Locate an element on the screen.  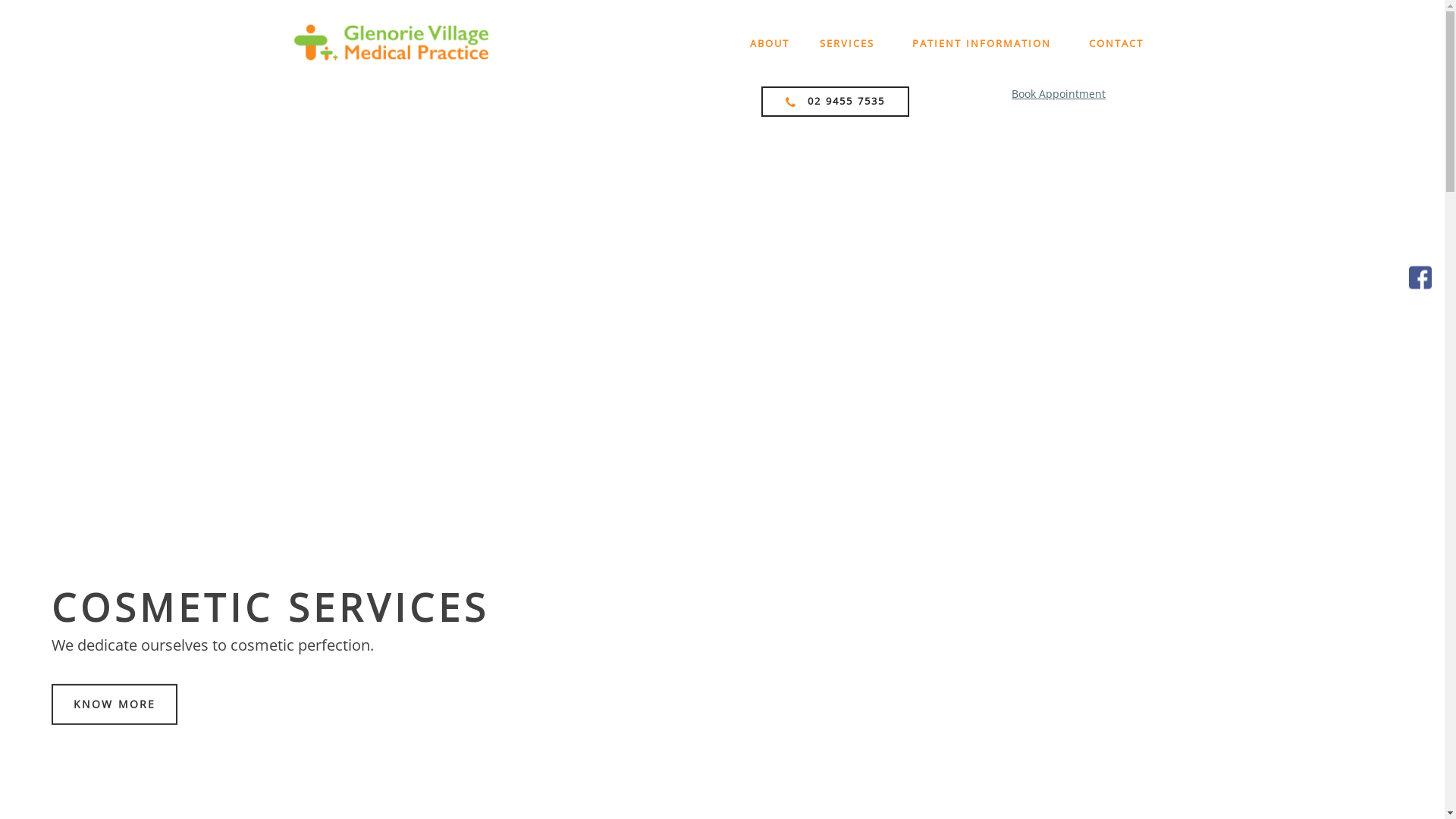
'Book Appointment' is located at coordinates (1058, 93).